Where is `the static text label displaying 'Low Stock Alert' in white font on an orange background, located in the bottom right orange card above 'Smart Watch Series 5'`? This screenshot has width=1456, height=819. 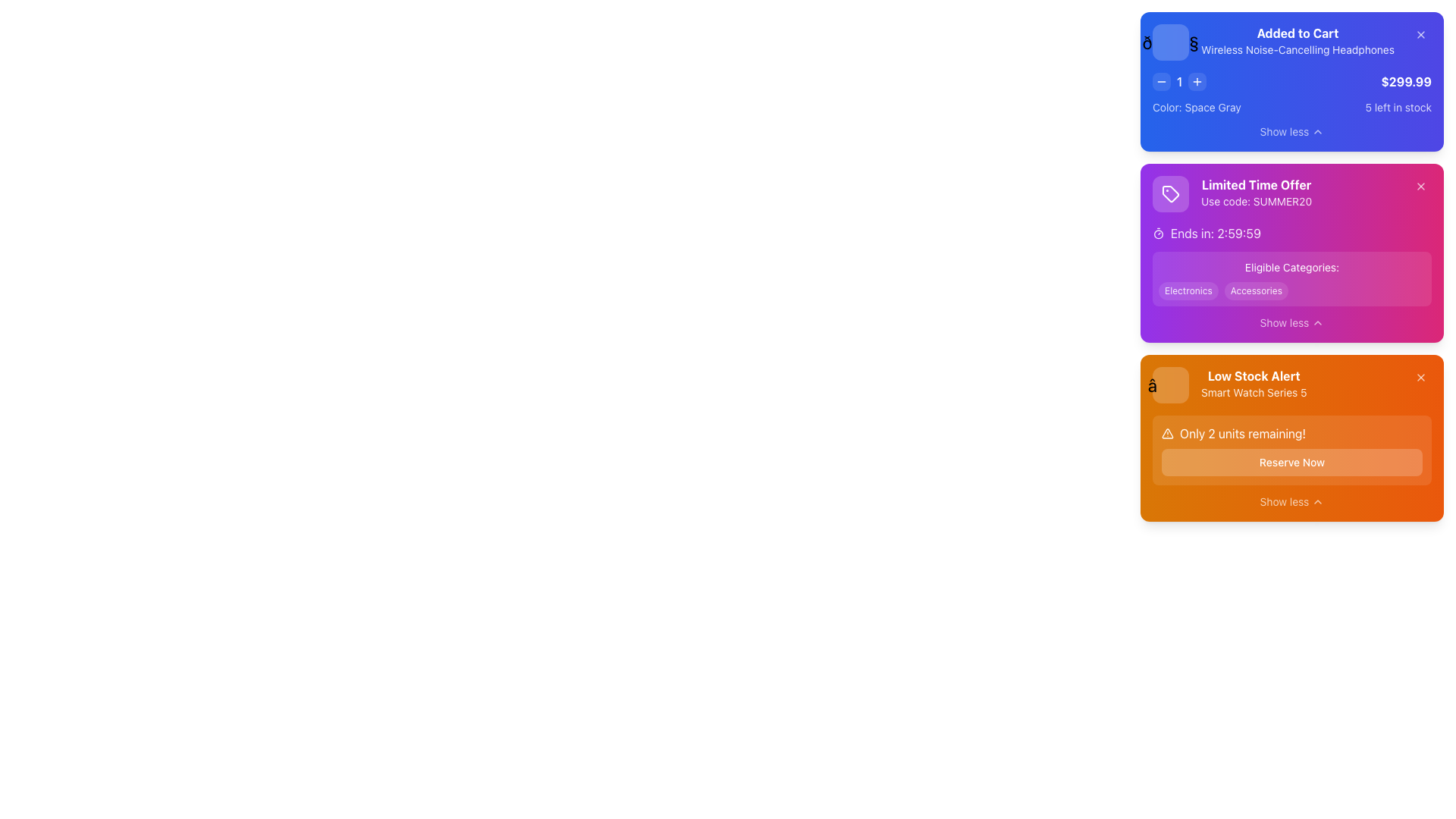
the static text label displaying 'Low Stock Alert' in white font on an orange background, located in the bottom right orange card above 'Smart Watch Series 5' is located at coordinates (1254, 375).